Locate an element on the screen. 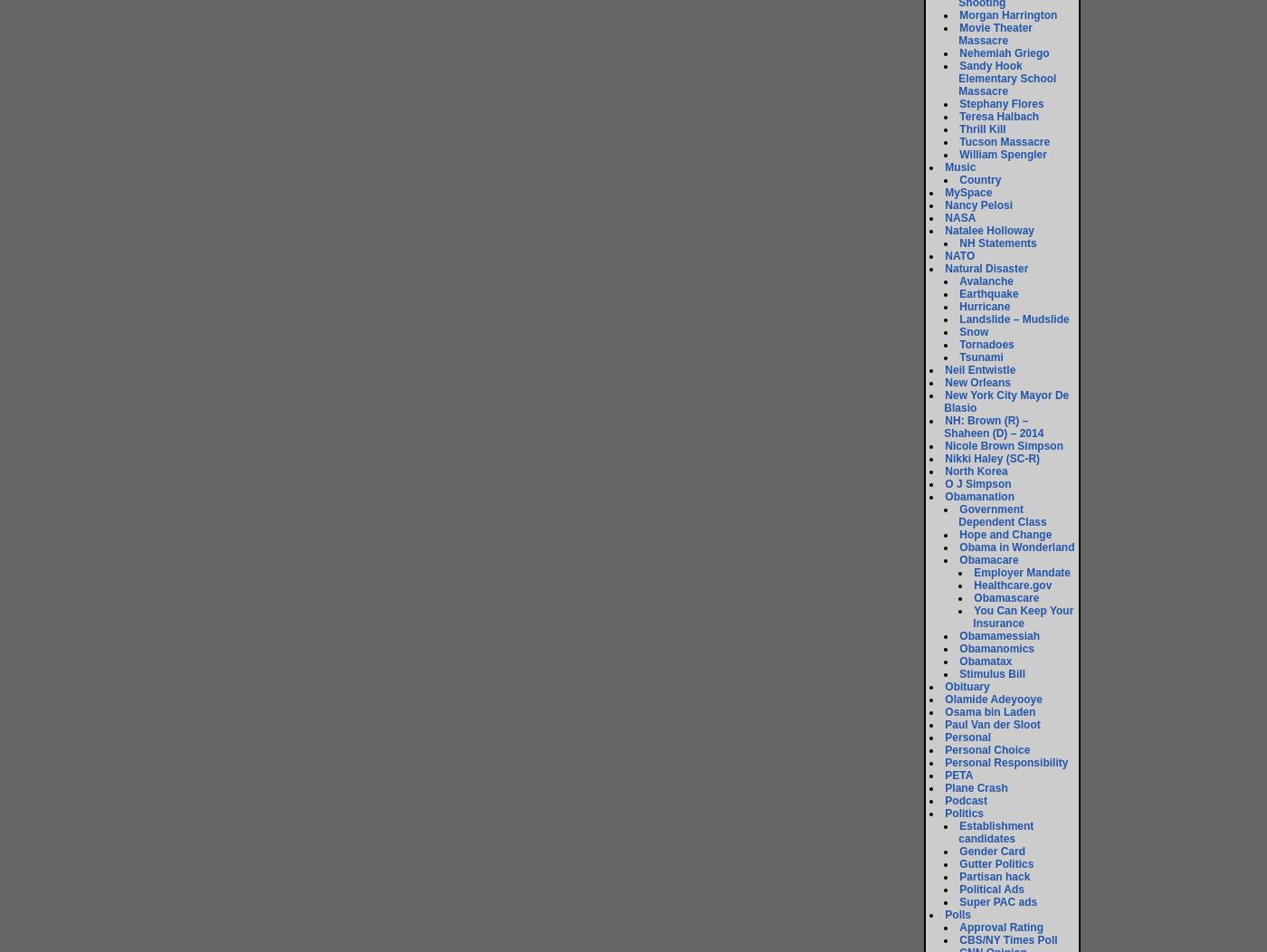 The height and width of the screenshot is (952, 1267). 'Obamatax' is located at coordinates (958, 662).